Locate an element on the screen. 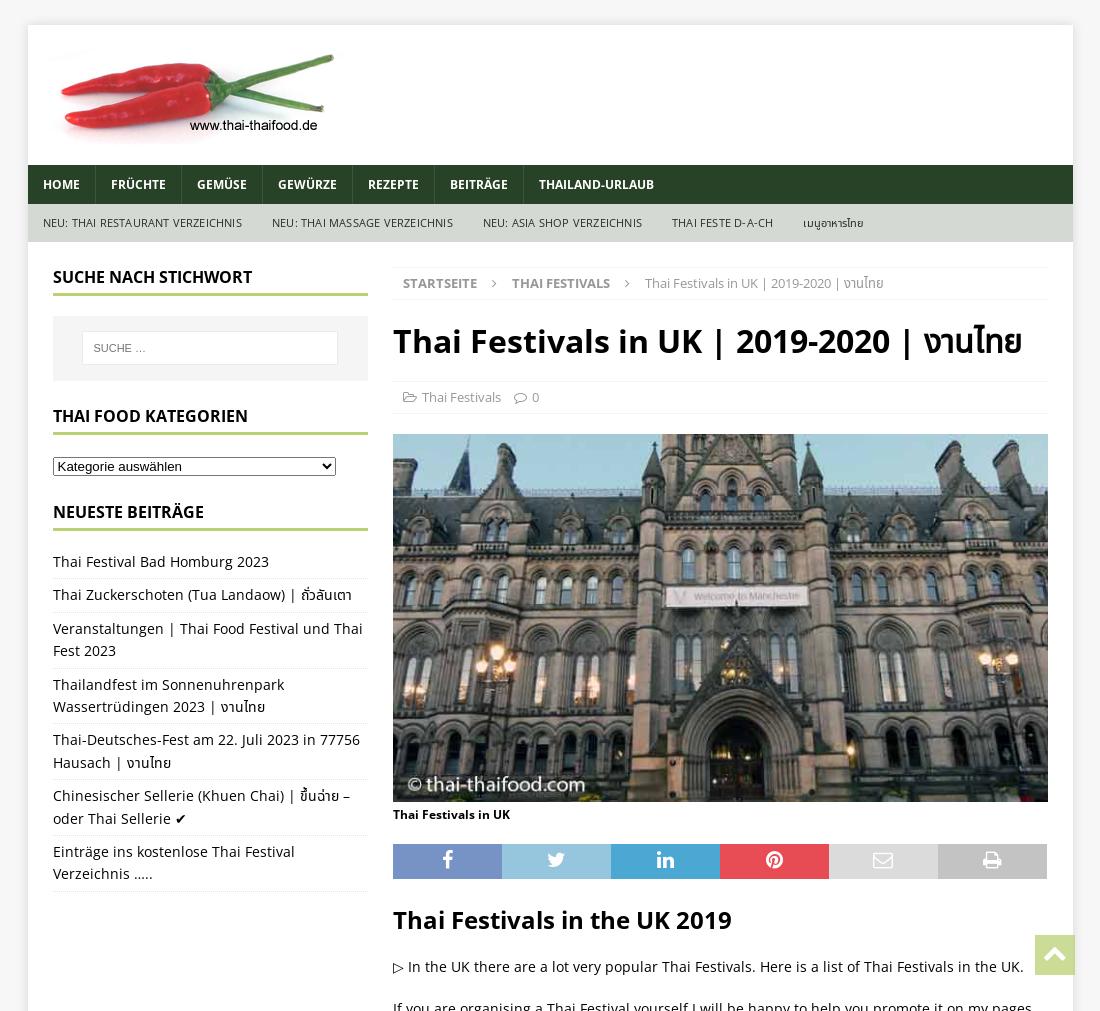 Image resolution: width=1100 pixels, height=1011 pixels. 'Thailandfest im Sonnenuhrenpark Wassertrüdingen 2023 | งานไทย' is located at coordinates (166, 693).